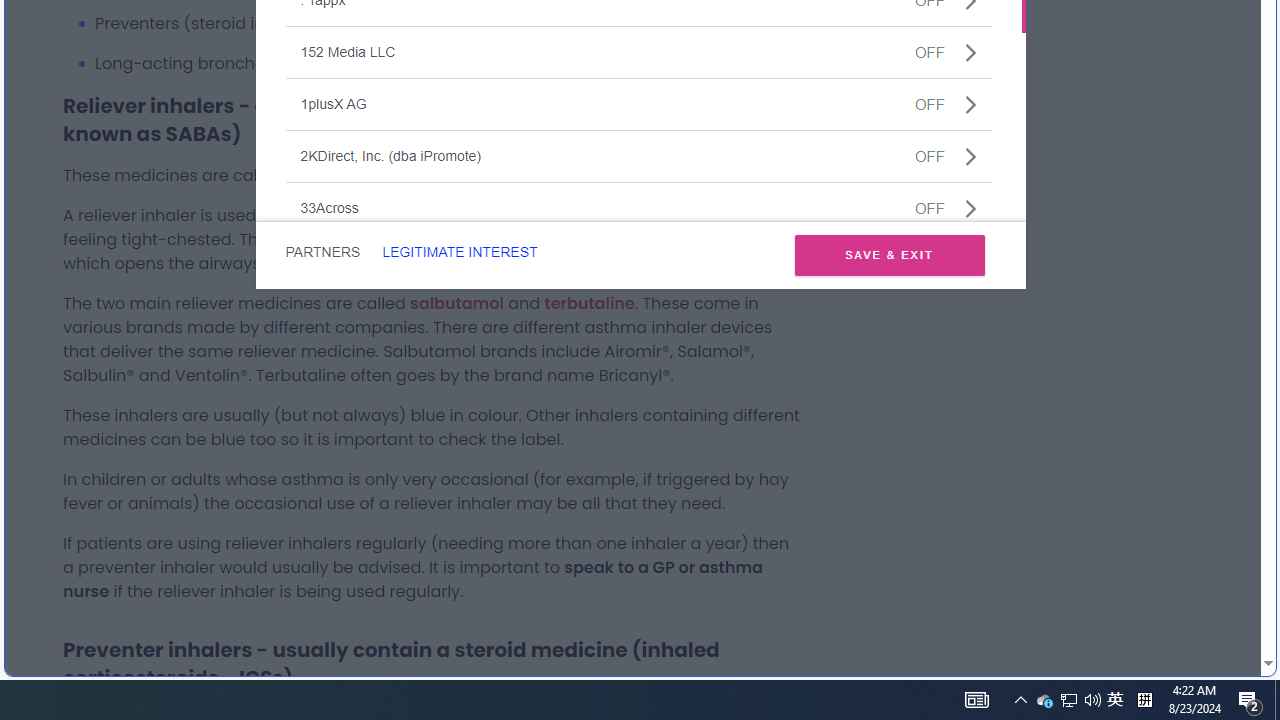 Image resolution: width=1280 pixels, height=720 pixels. Describe the element at coordinates (970, 208) in the screenshot. I see `'Class: css-jswnc6'` at that location.